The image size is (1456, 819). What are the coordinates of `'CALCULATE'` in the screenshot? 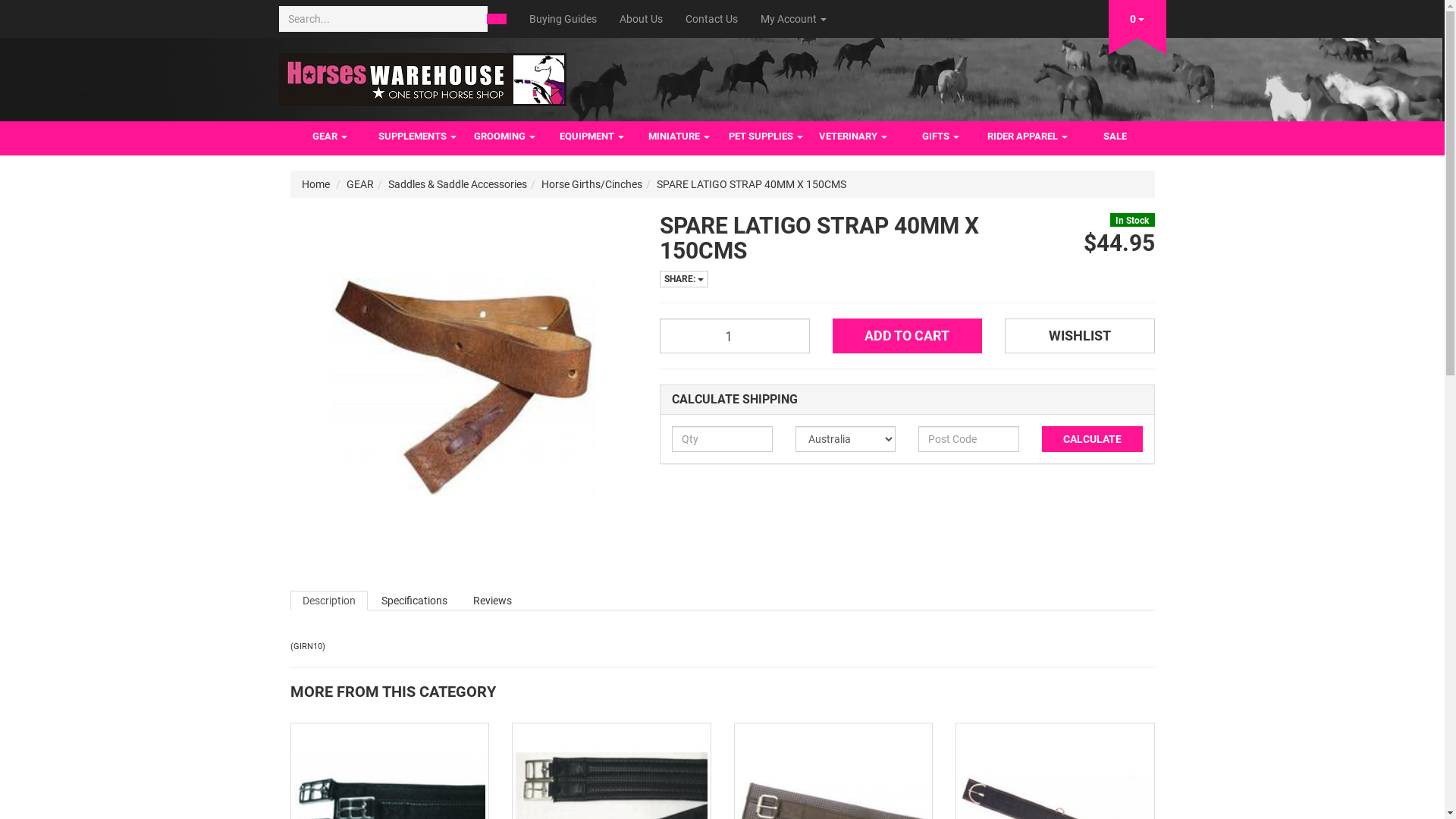 It's located at (1092, 438).